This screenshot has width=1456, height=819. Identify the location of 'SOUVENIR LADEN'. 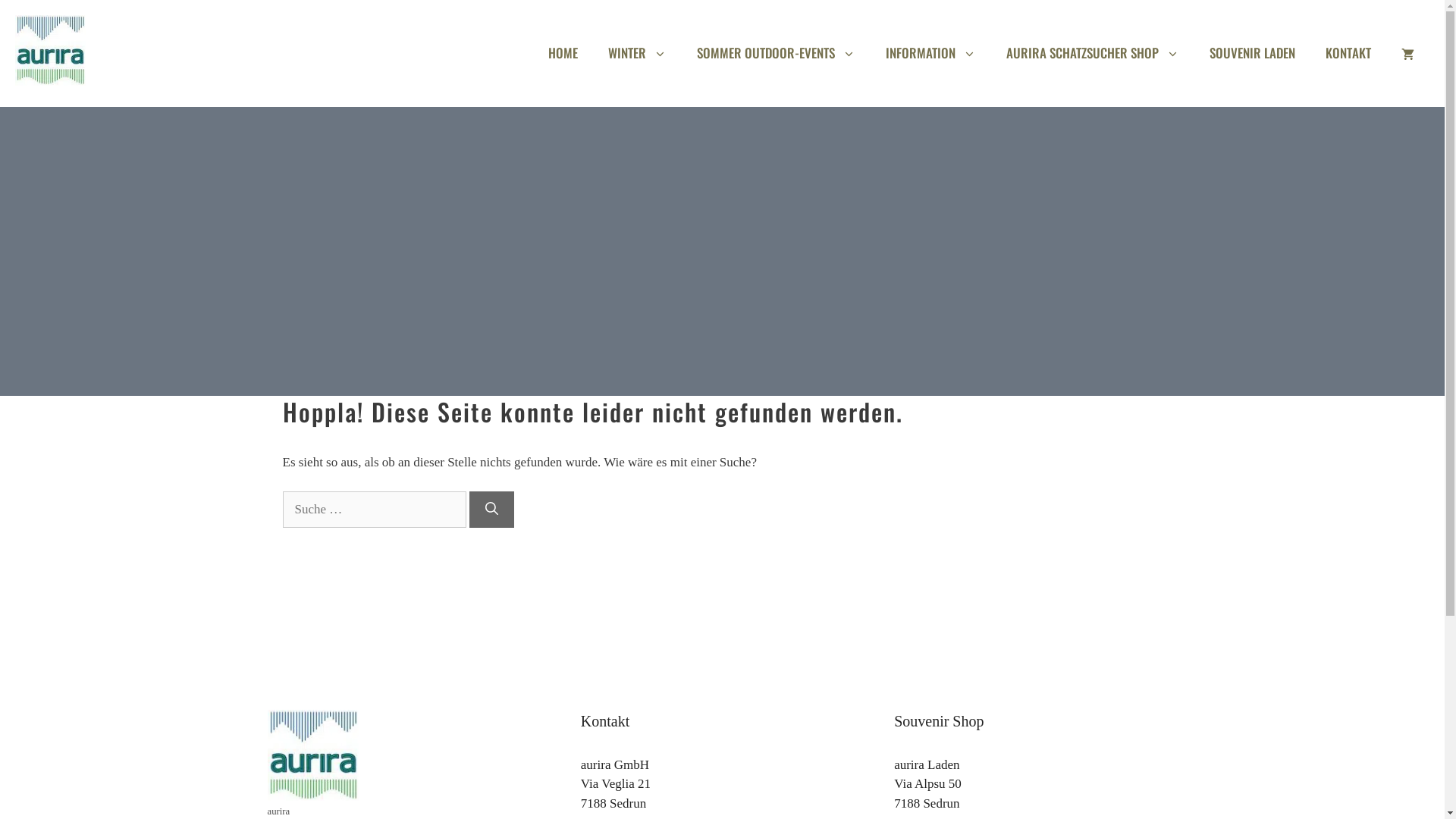
(1252, 52).